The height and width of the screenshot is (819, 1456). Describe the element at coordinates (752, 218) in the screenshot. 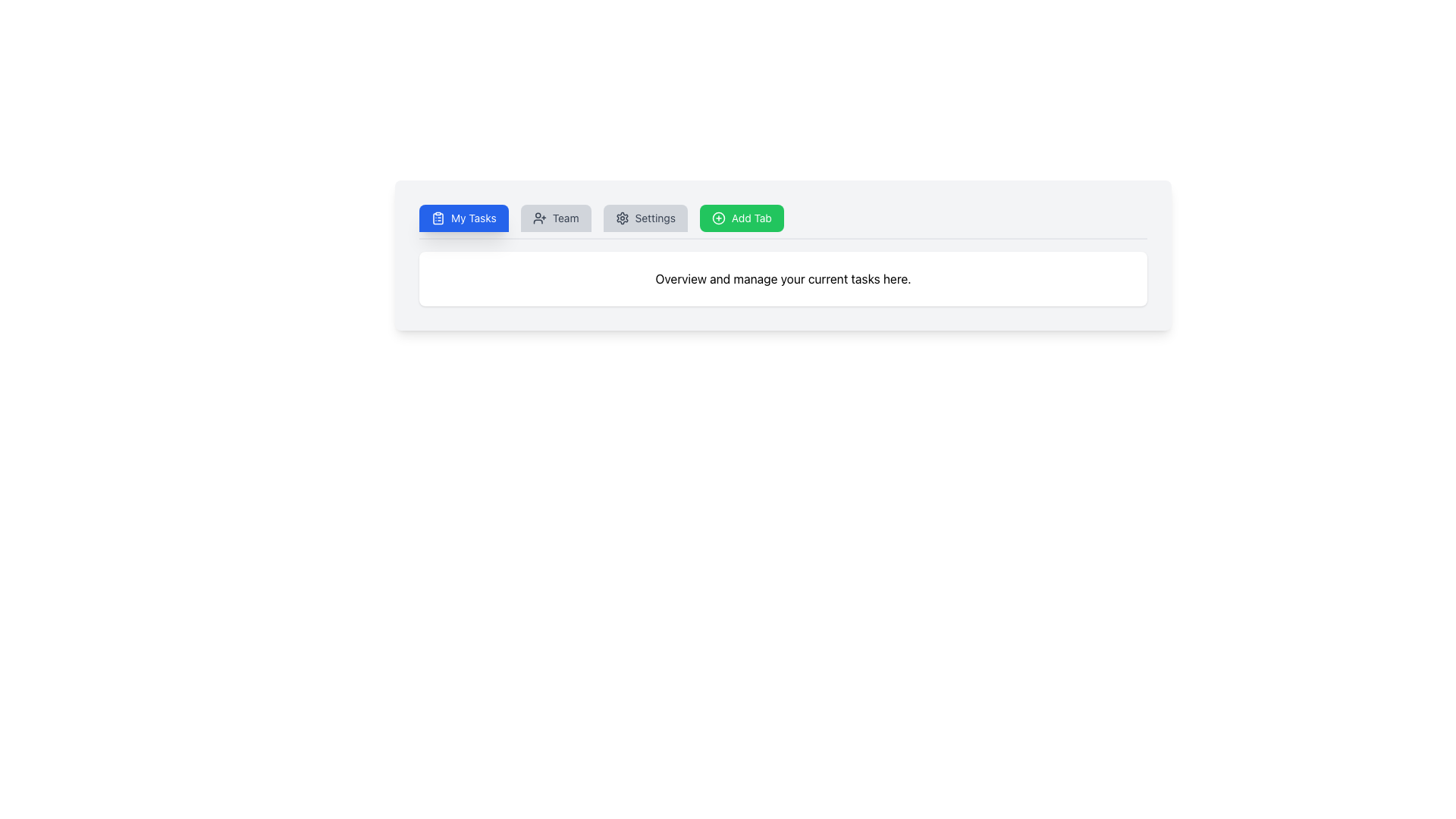

I see `text displayed on the label indicating the button's function to add a new tab, which is part of a green button in the top right section of the interface` at that location.